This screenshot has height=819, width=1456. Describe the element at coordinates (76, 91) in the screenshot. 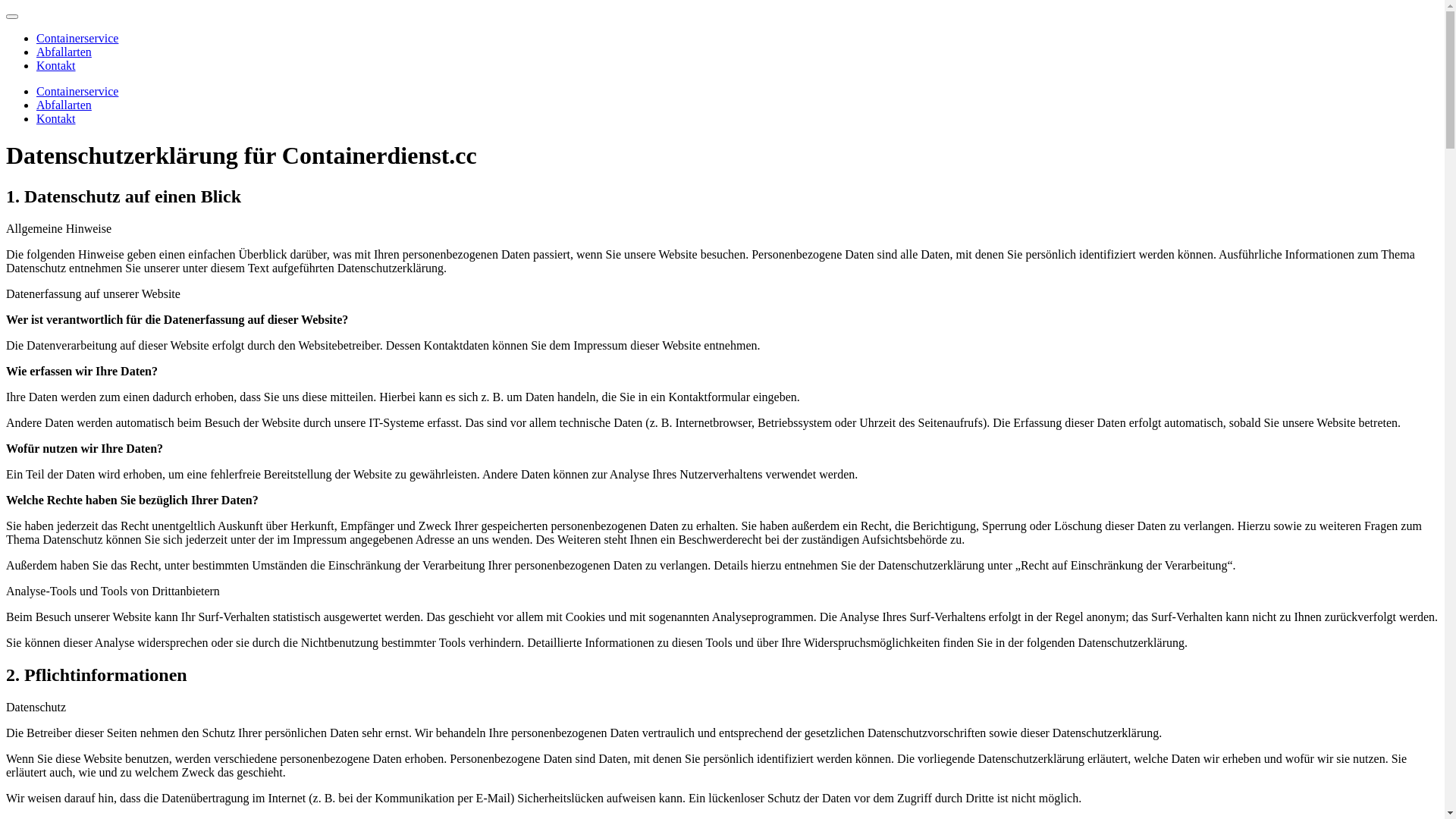

I see `'Containerservice'` at that location.